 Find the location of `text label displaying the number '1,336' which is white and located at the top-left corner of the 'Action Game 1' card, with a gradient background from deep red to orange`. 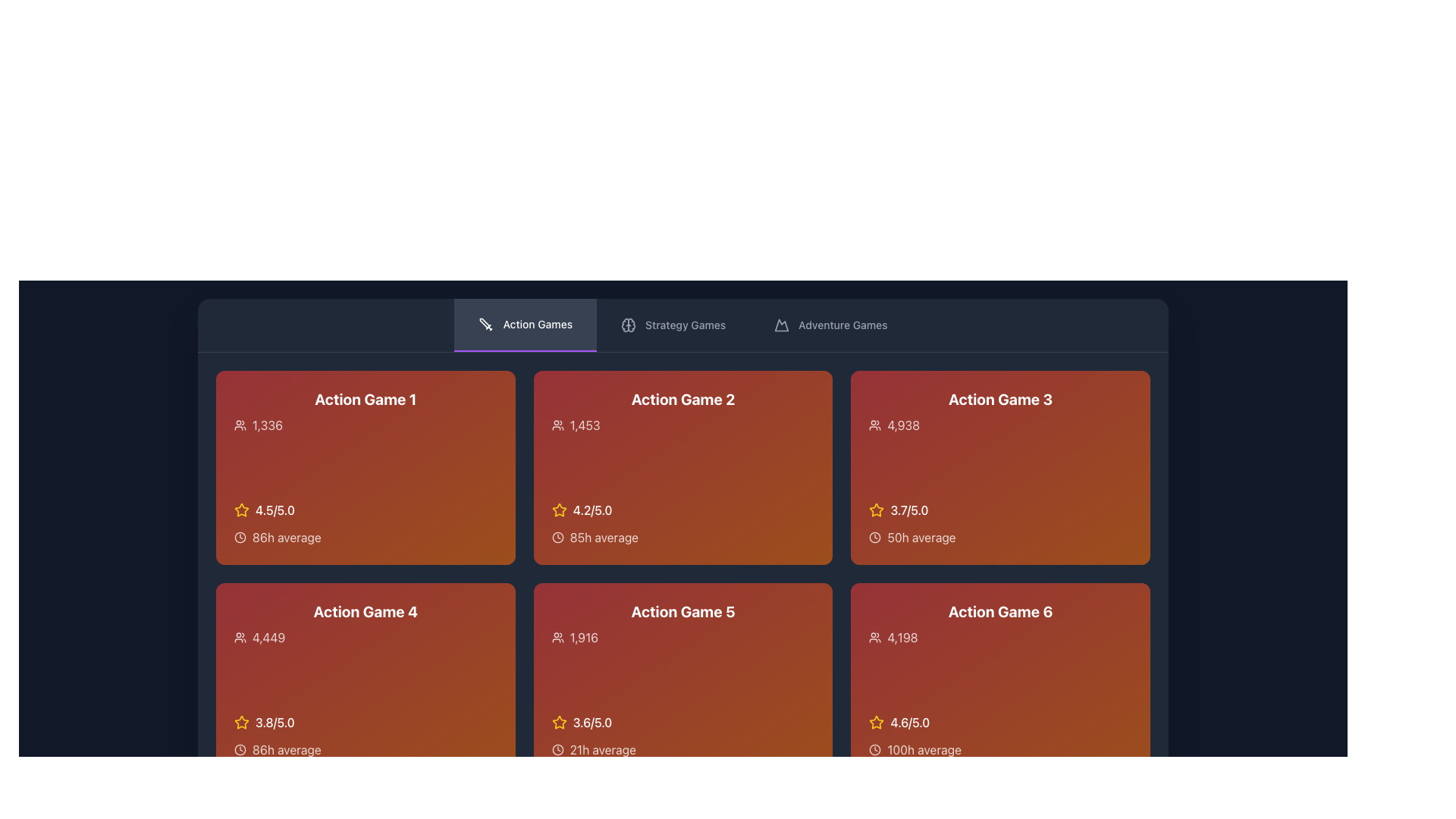

text label displaying the number '1,336' which is white and located at the top-left corner of the 'Action Game 1' card, with a gradient background from deep red to orange is located at coordinates (268, 425).